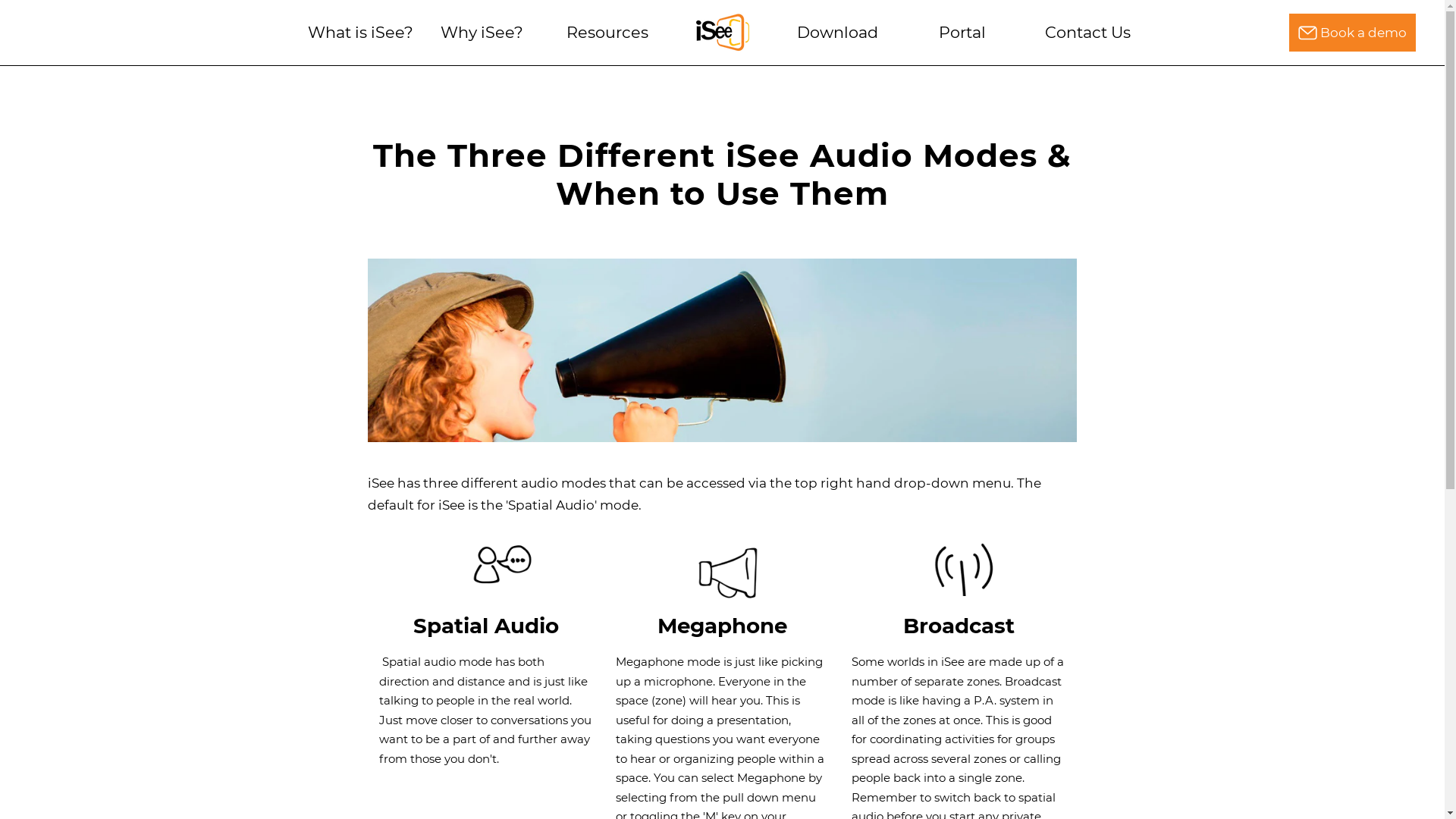  Describe the element at coordinates (0, 60) in the screenshot. I see `'Skip to content'` at that location.